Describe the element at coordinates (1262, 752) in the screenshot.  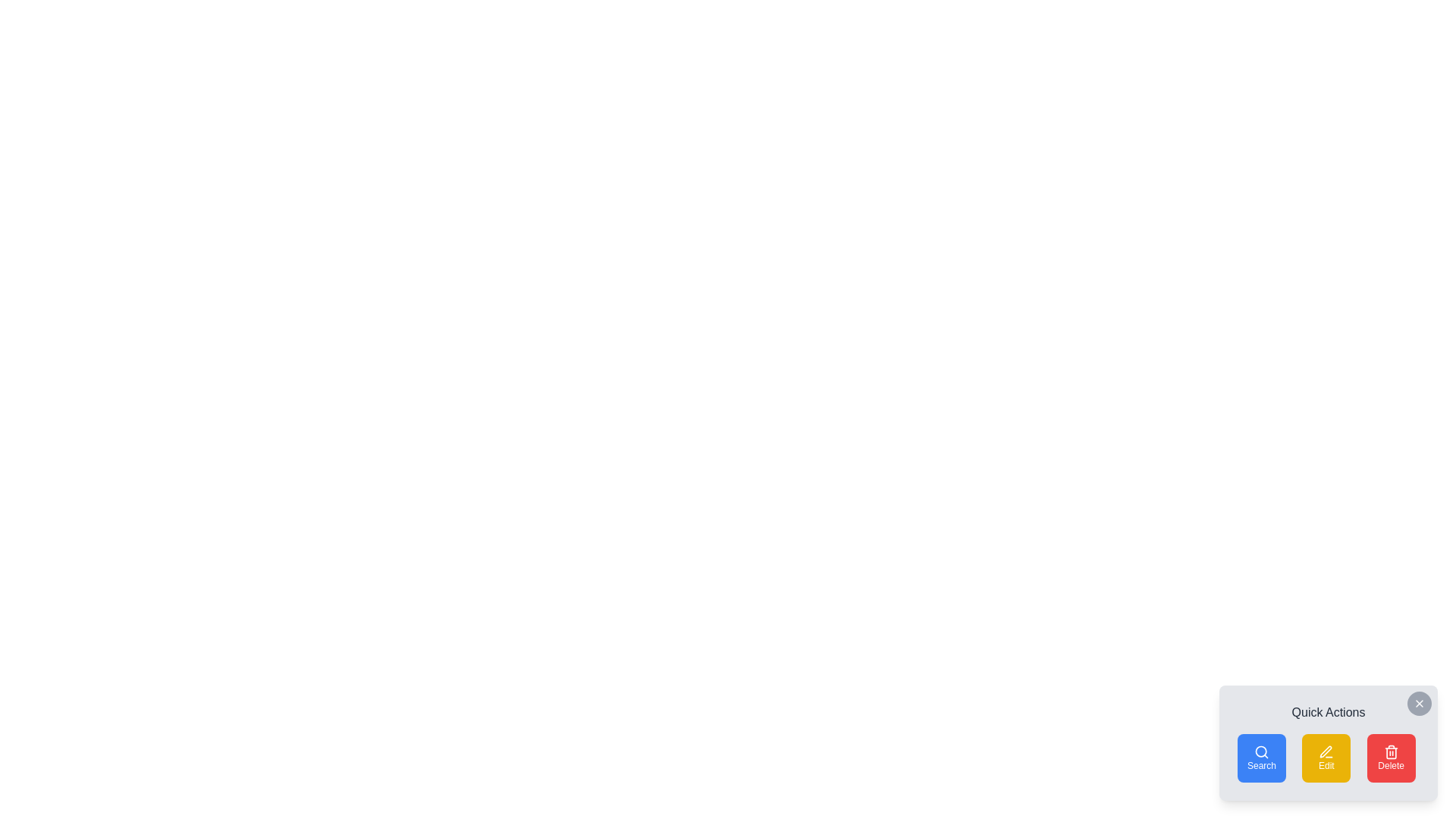
I see `the white magnifying glass icon within the blue circular button labeled 'Search'` at that location.